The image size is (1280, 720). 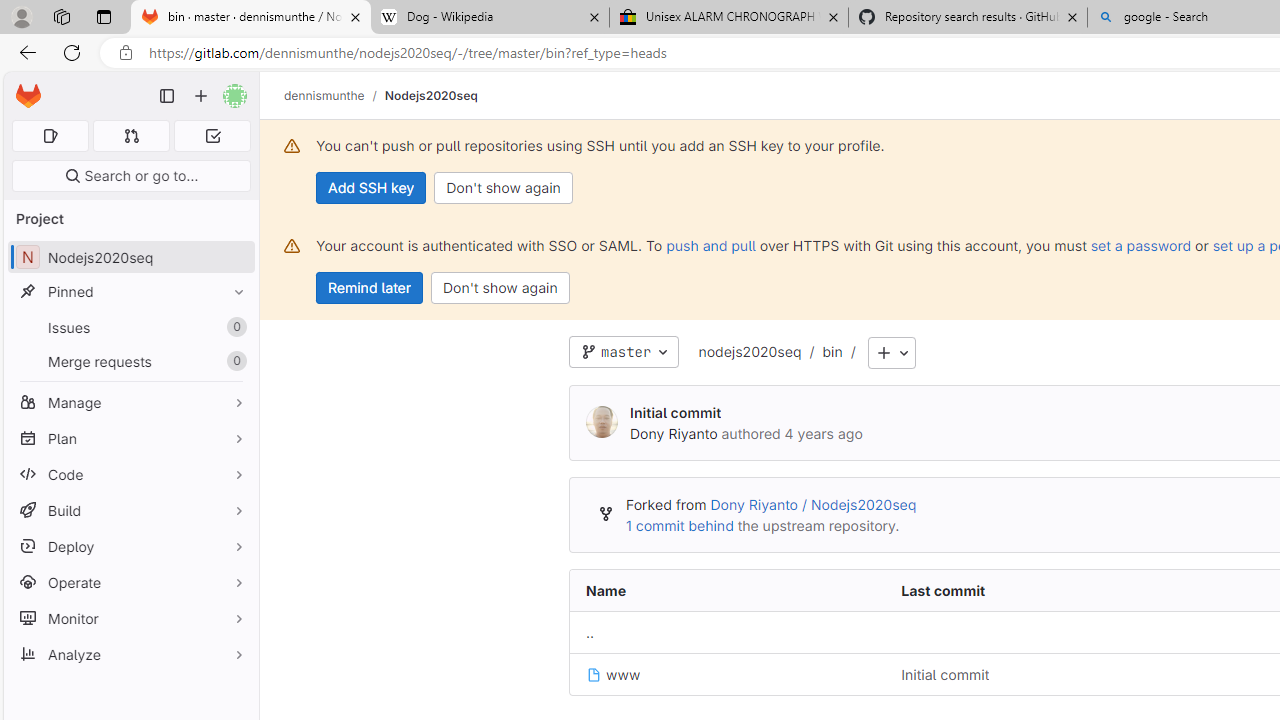 I want to click on 'Build', so click(x=130, y=509).